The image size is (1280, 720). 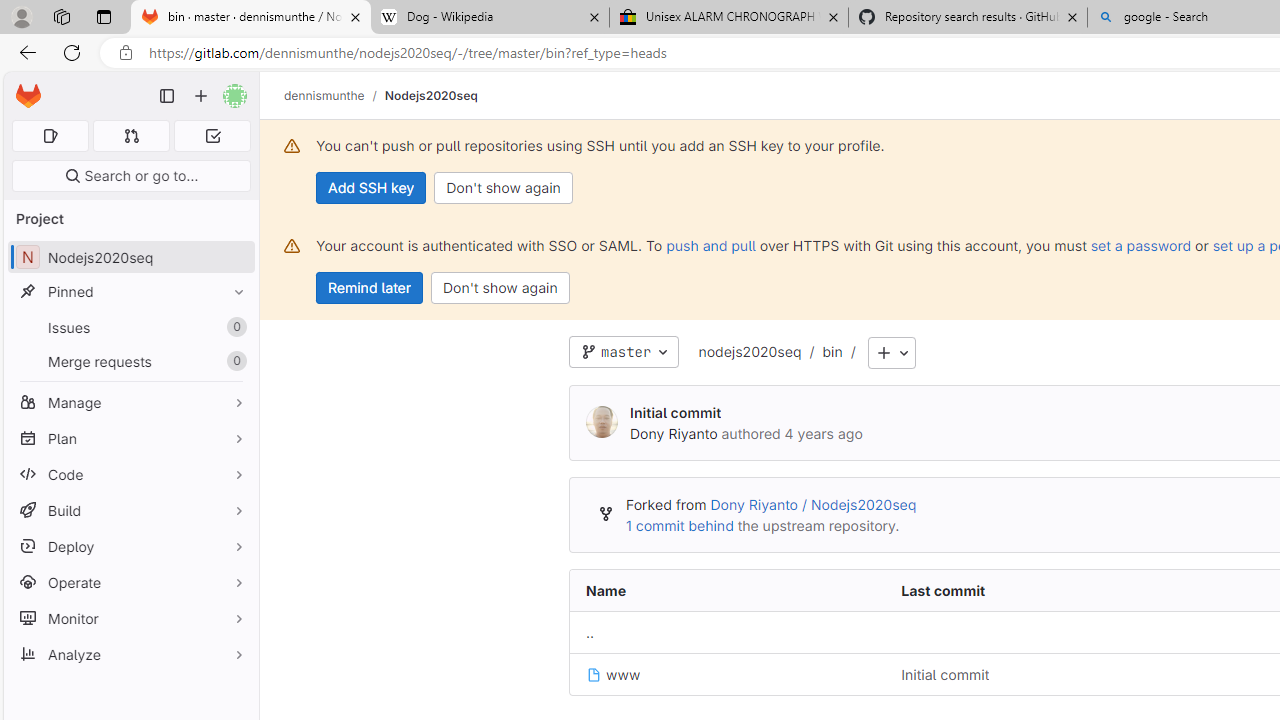 I want to click on 'Build', so click(x=130, y=509).